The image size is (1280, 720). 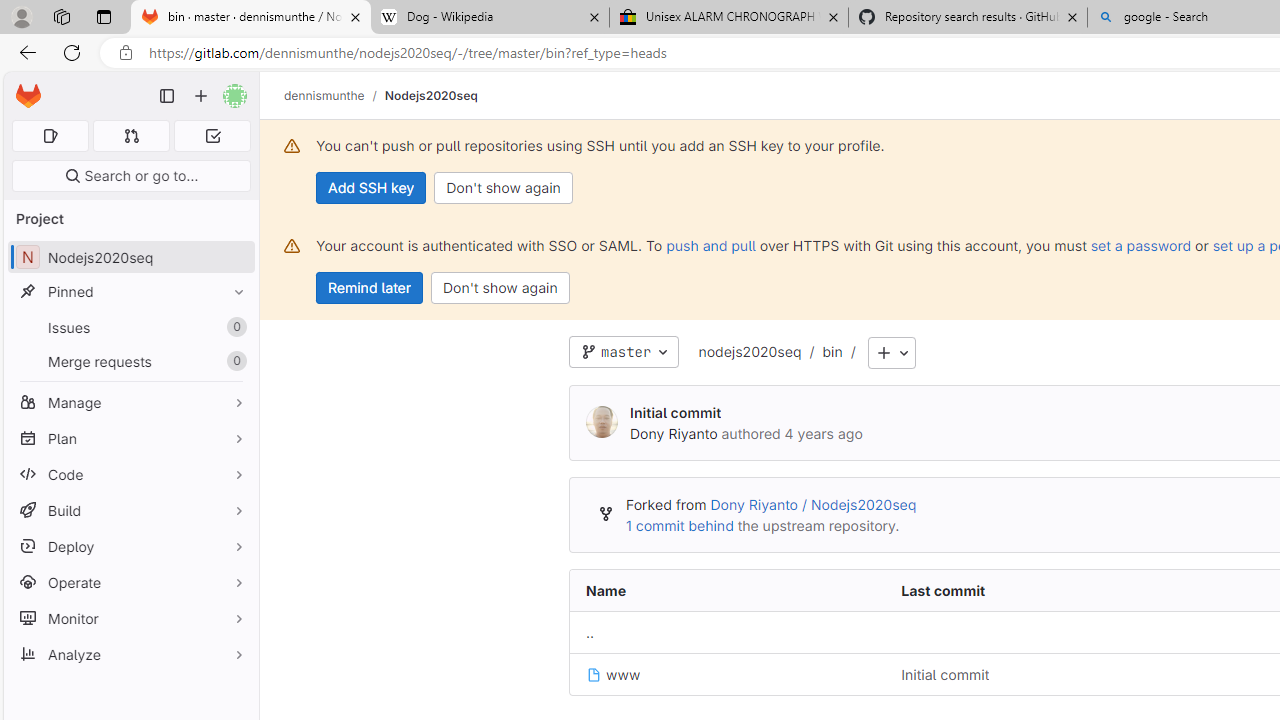 I want to click on 'Build', so click(x=130, y=509).